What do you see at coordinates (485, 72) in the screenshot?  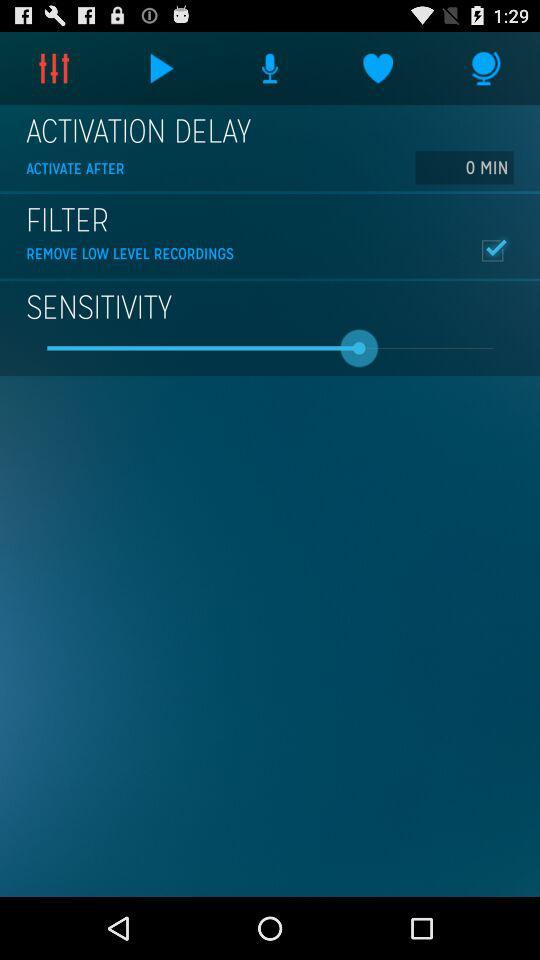 I see `the microphone icon` at bounding box center [485, 72].